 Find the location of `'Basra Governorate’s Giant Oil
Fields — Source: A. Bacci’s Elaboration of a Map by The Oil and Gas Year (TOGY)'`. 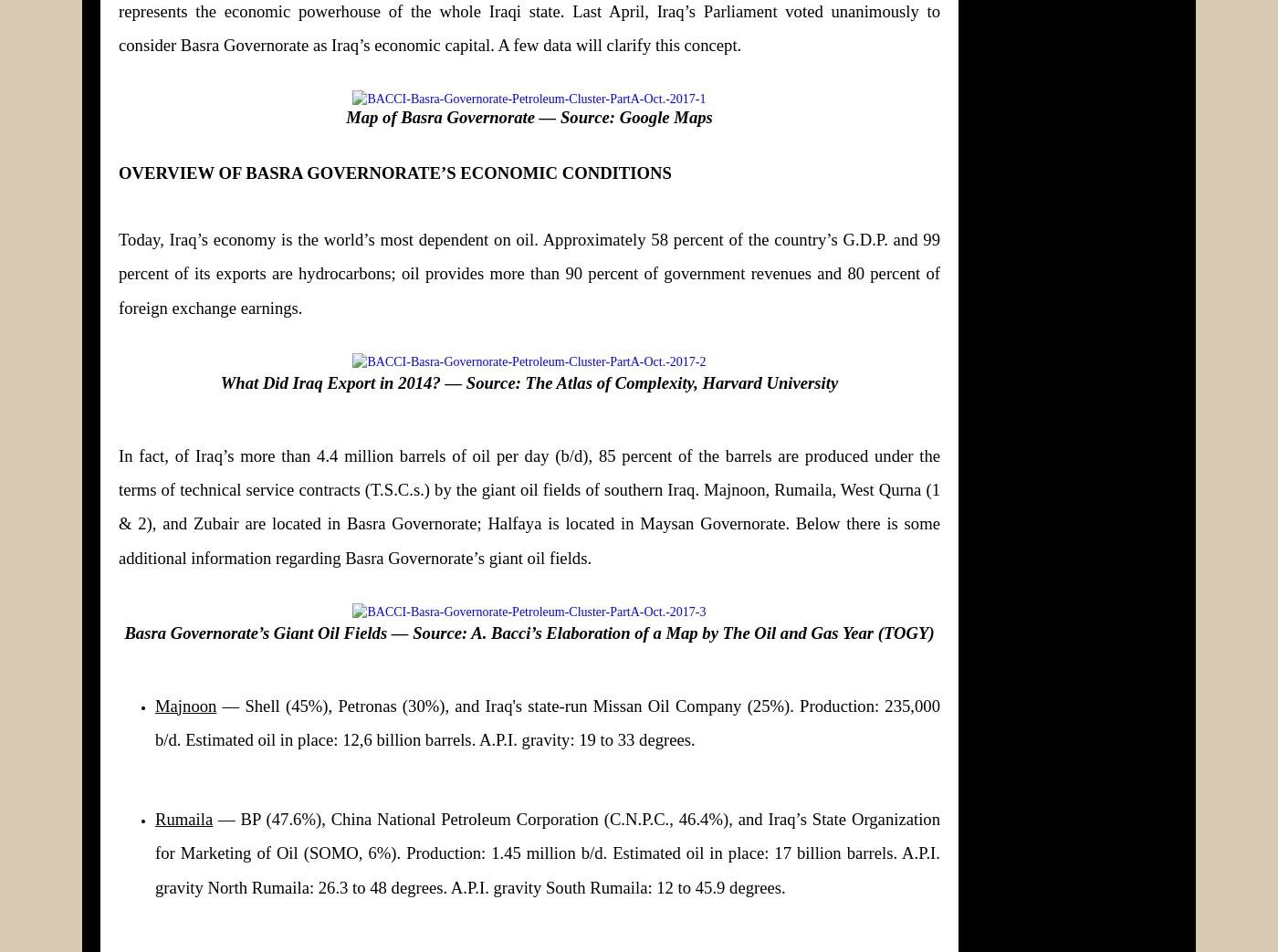

'Basra Governorate’s Giant Oil
Fields — Source: A. Bacci’s Elaboration of a Map by The Oil and Gas Year (TOGY)' is located at coordinates (529, 633).